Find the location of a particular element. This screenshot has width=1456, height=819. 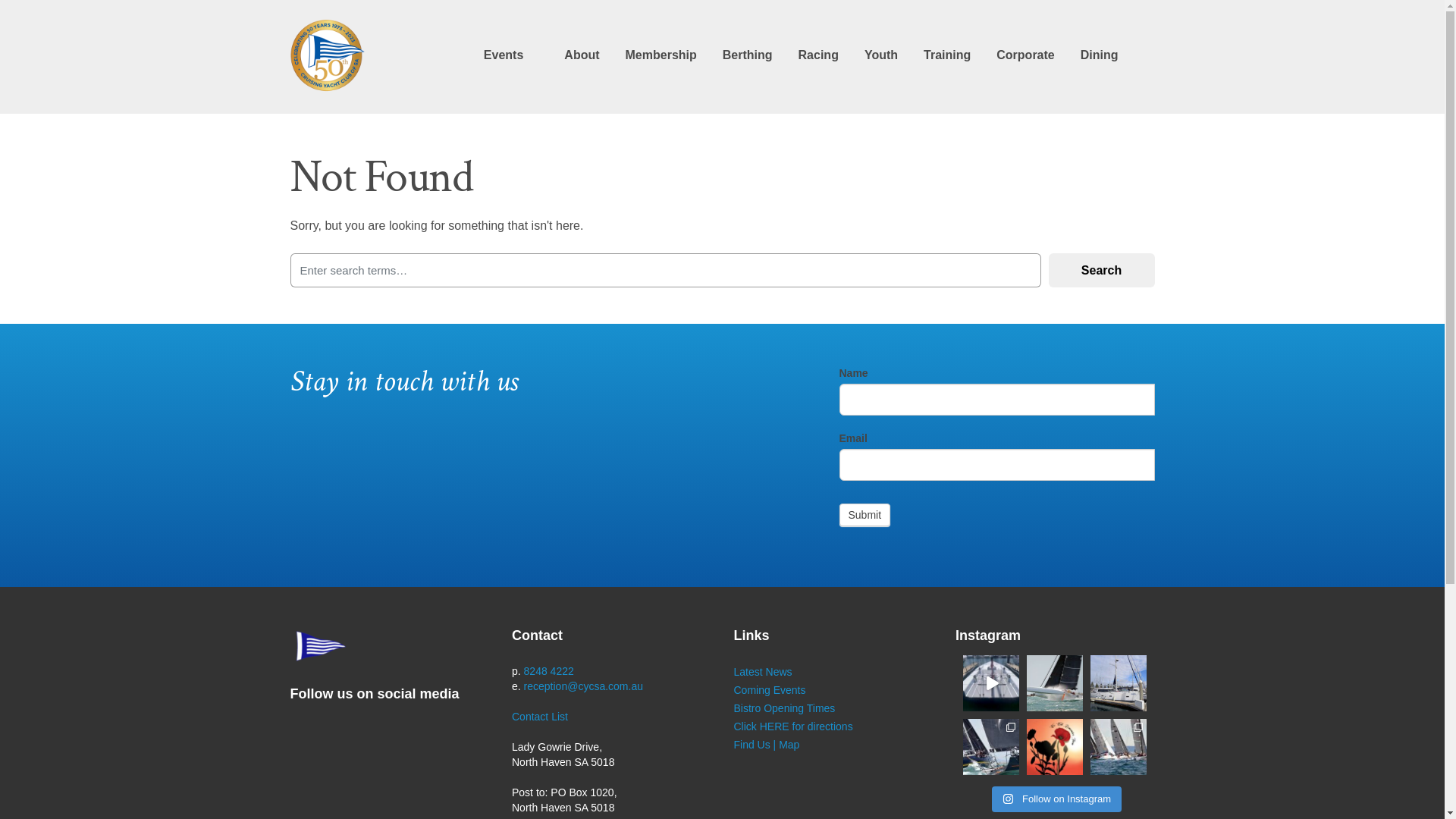

'Racing' is located at coordinates (797, 55).